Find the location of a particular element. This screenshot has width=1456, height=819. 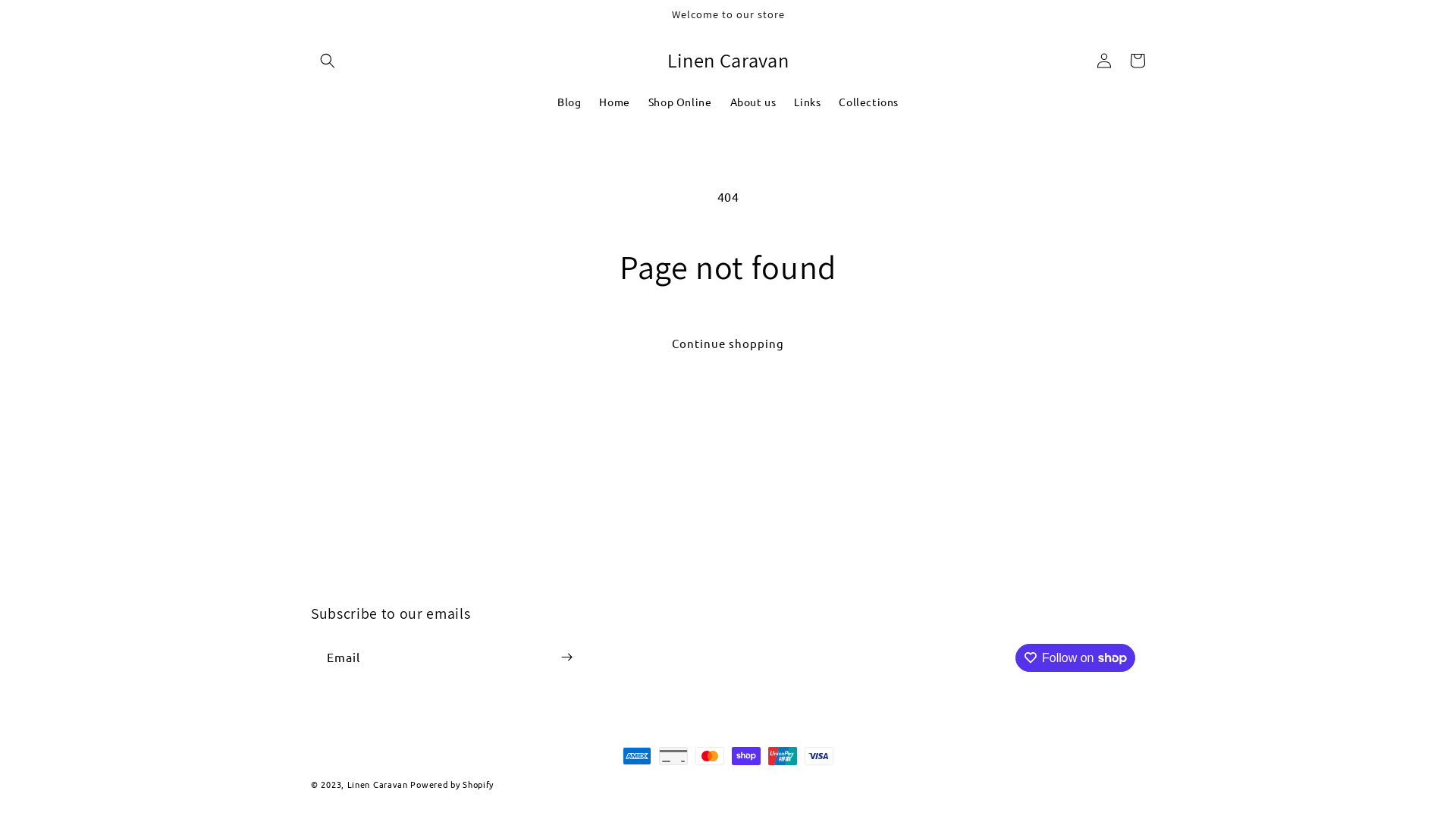

'Log in' is located at coordinates (1103, 60).